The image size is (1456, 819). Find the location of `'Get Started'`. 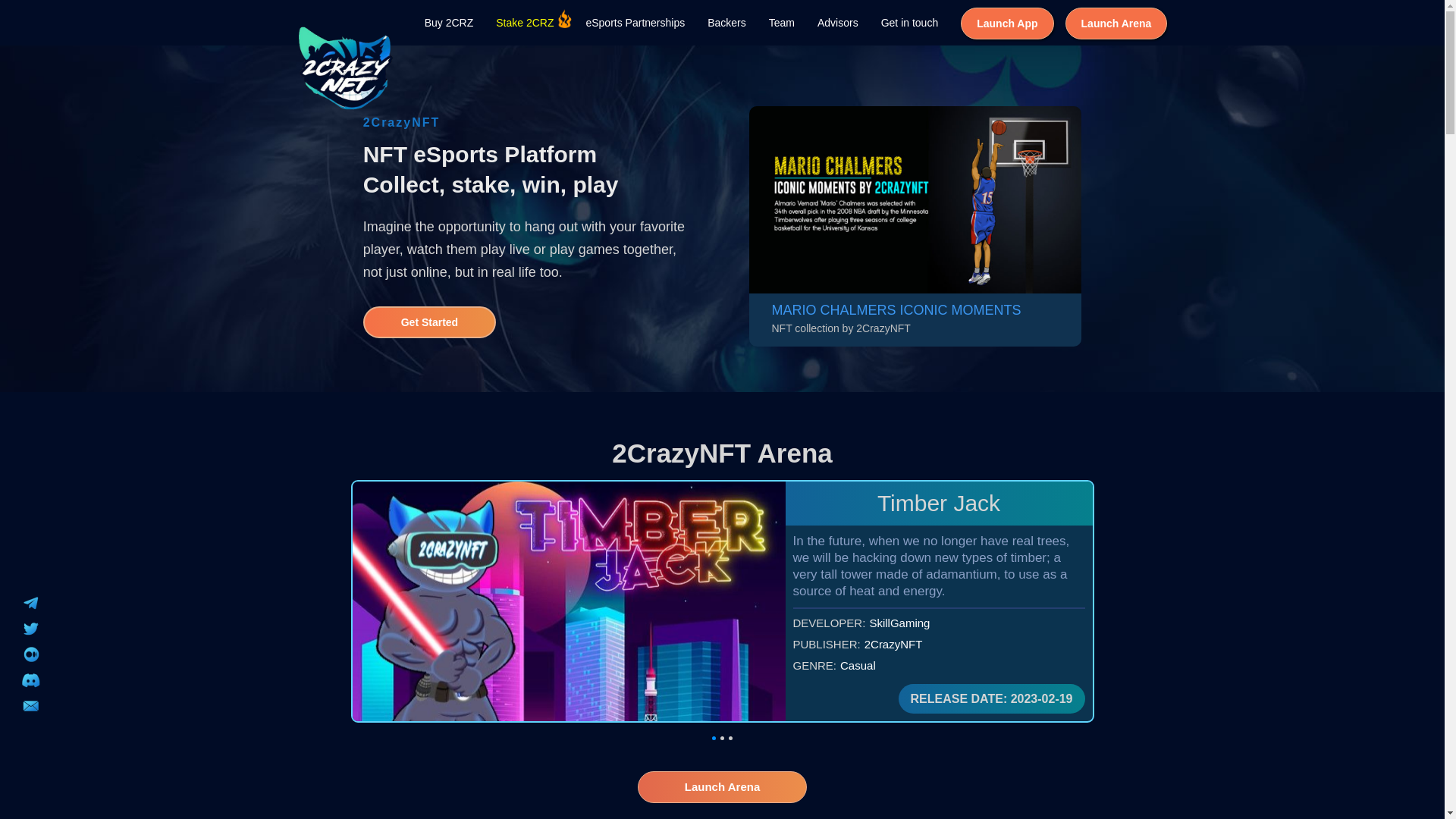

'Get Started' is located at coordinates (428, 321).